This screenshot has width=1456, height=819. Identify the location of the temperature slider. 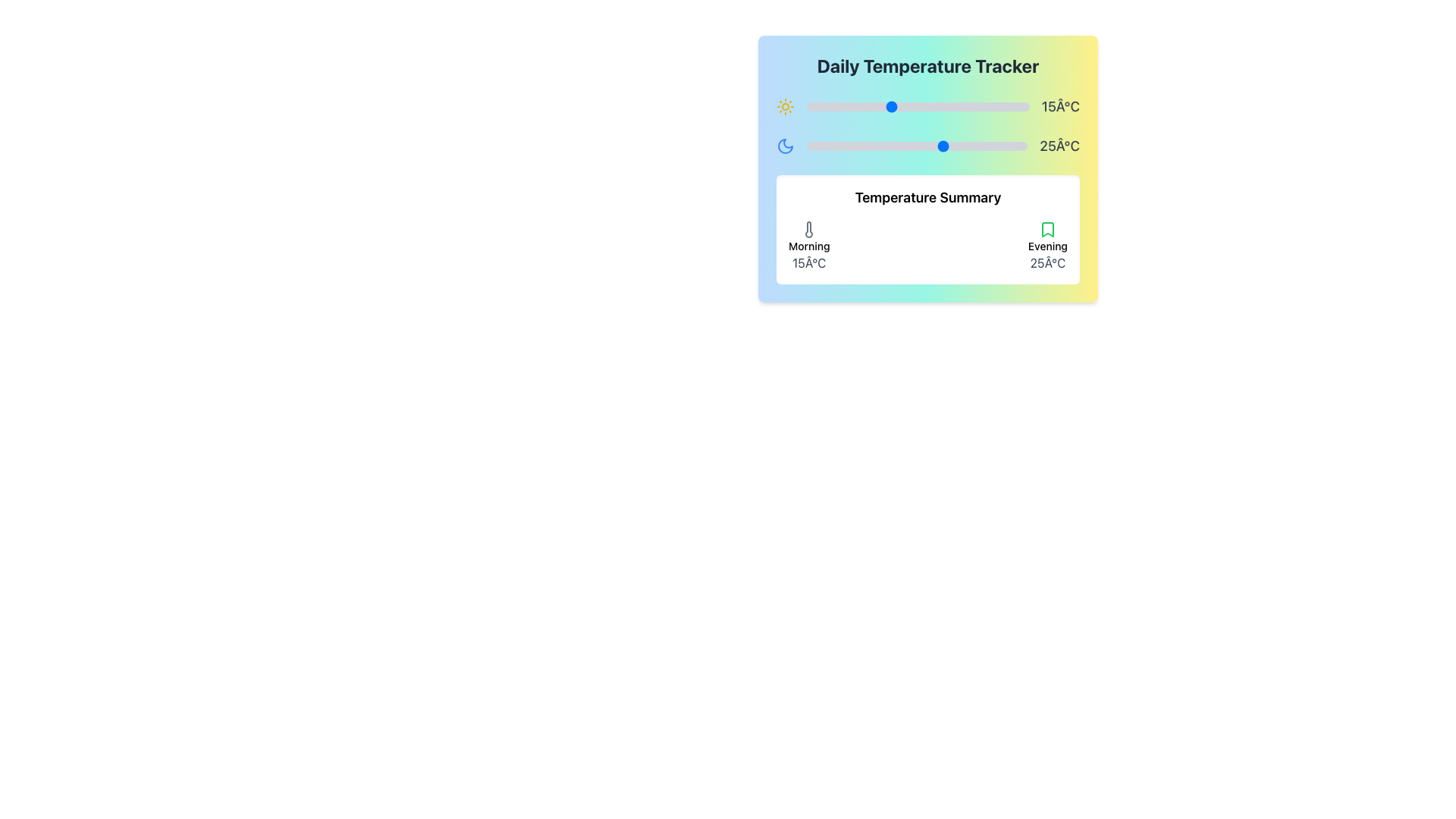
(890, 106).